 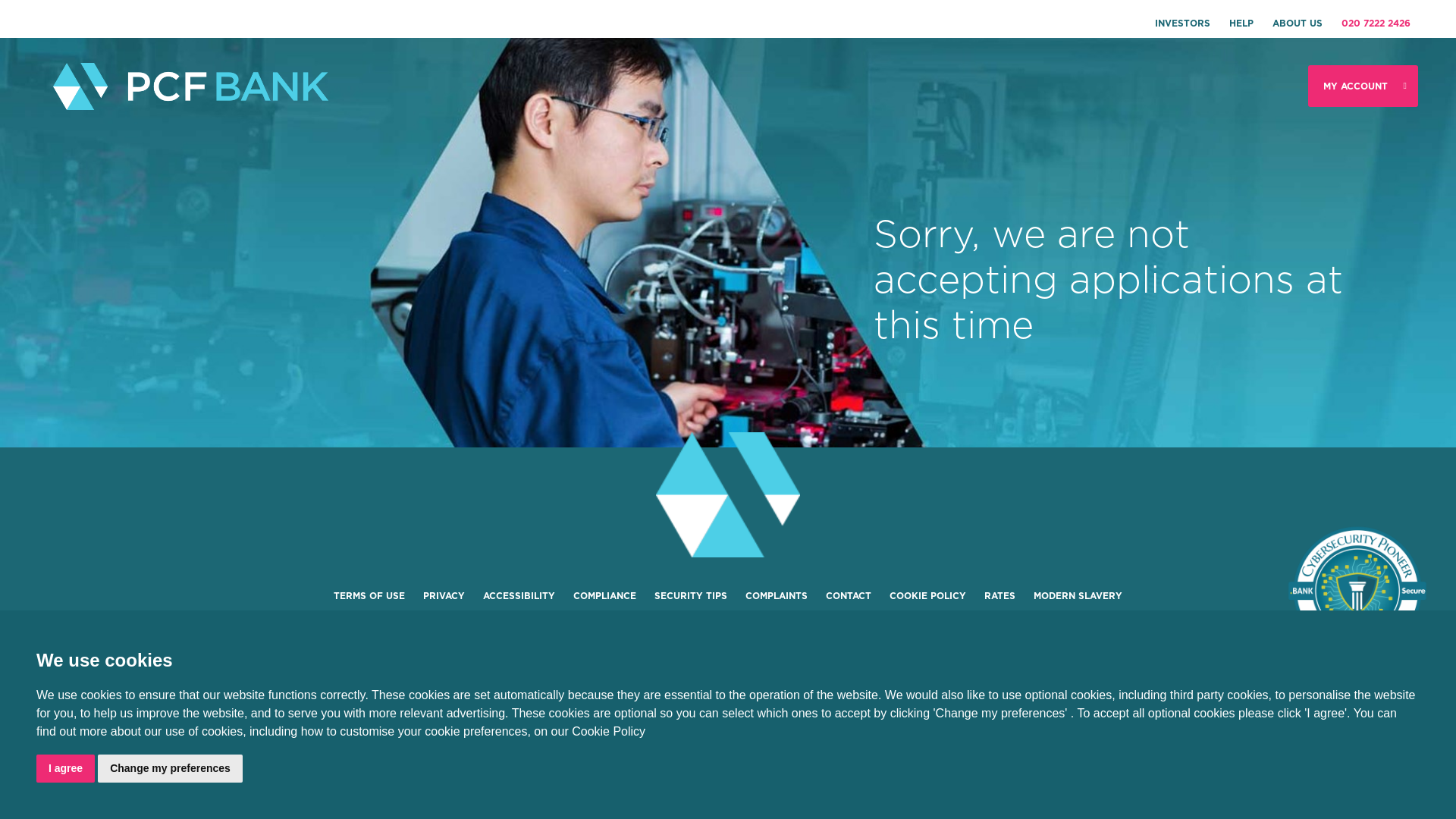 I want to click on 'ACCESSIBILITY', so click(x=519, y=595).